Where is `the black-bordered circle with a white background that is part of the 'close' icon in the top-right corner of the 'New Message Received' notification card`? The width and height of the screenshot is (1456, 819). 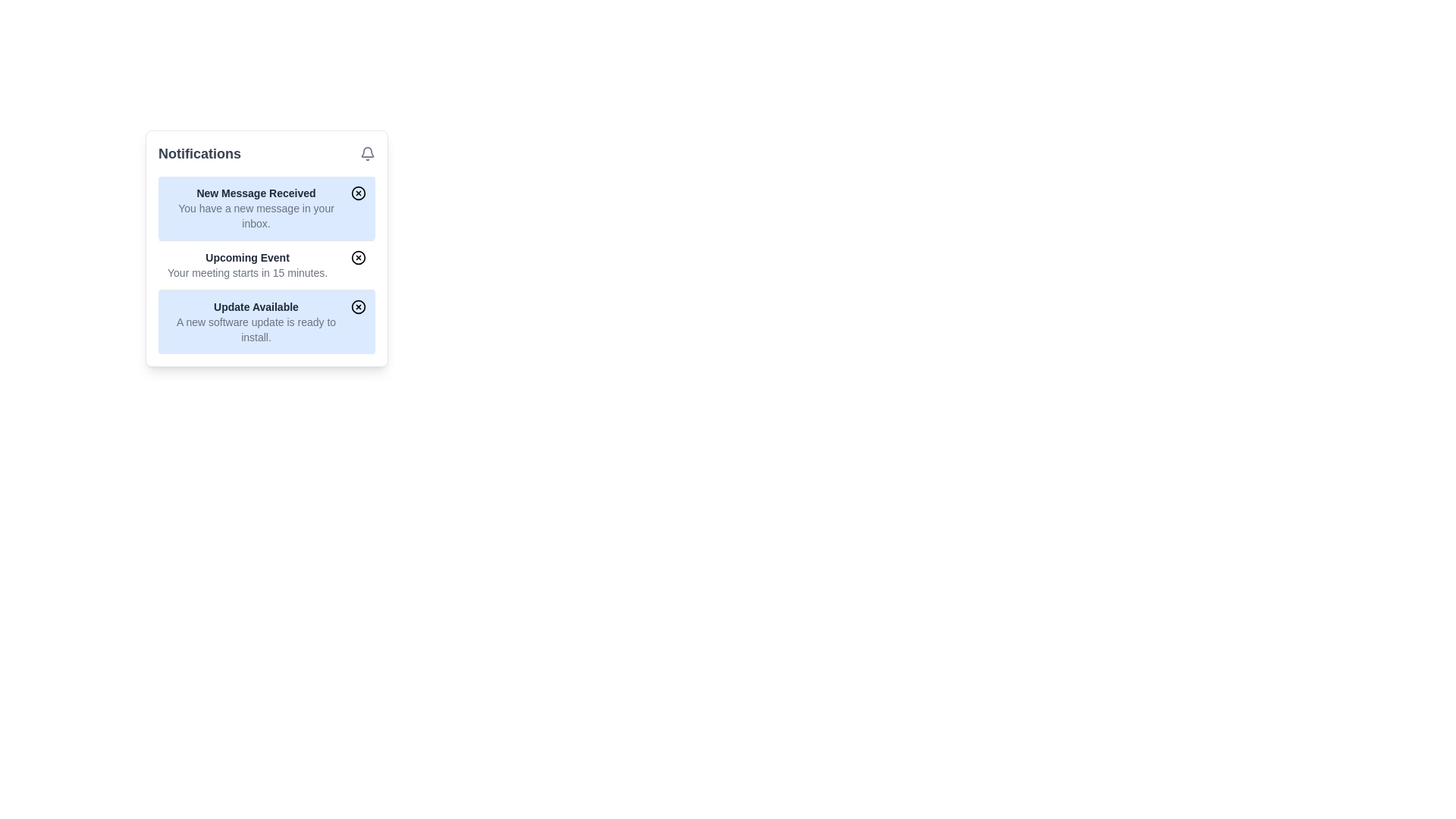 the black-bordered circle with a white background that is part of the 'close' icon in the top-right corner of the 'New Message Received' notification card is located at coordinates (358, 192).